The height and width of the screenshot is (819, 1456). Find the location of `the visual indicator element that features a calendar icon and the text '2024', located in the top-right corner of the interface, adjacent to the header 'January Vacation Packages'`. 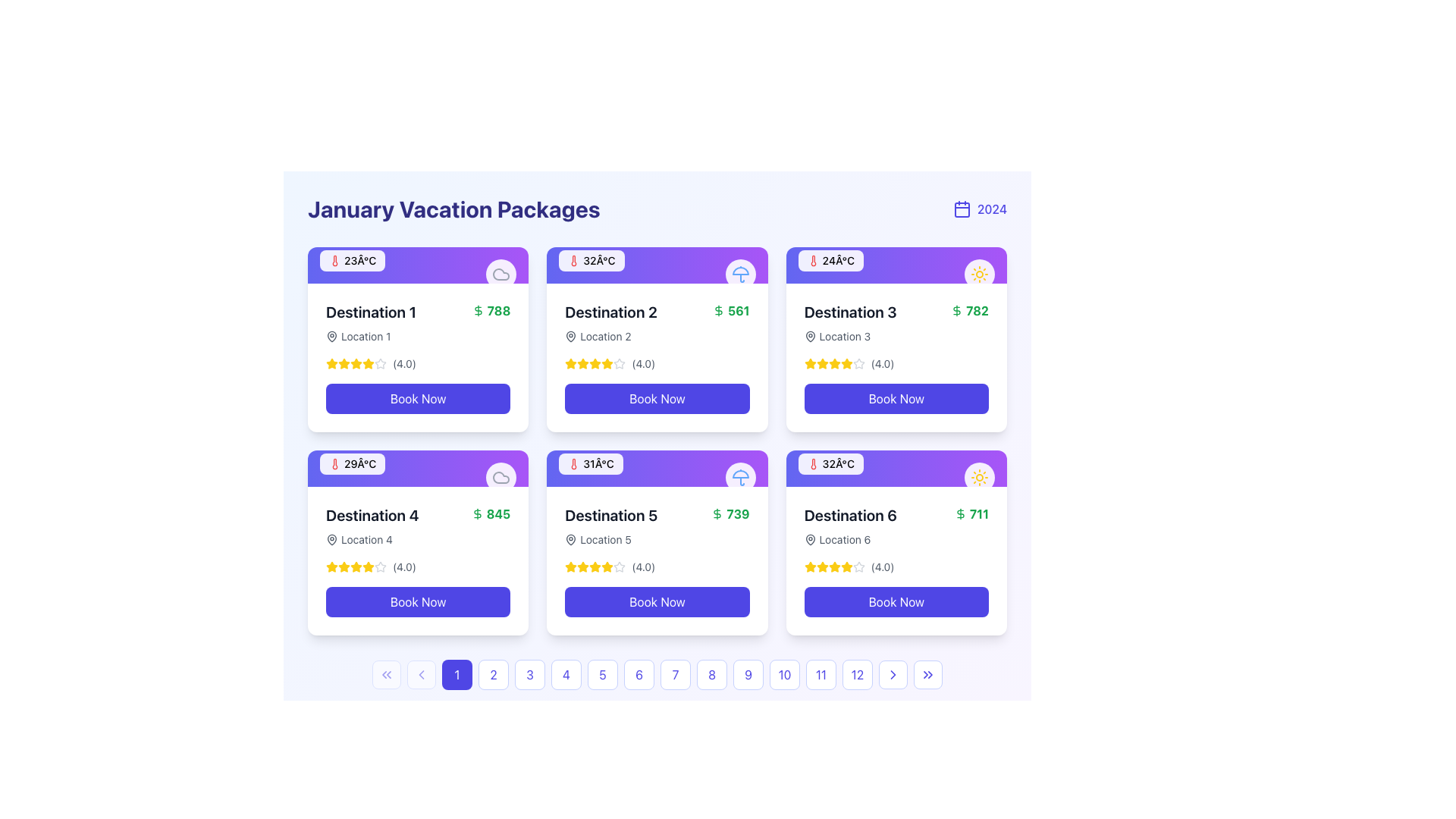

the visual indicator element that features a calendar icon and the text '2024', located in the top-right corner of the interface, adjacent to the header 'January Vacation Packages' is located at coordinates (980, 209).